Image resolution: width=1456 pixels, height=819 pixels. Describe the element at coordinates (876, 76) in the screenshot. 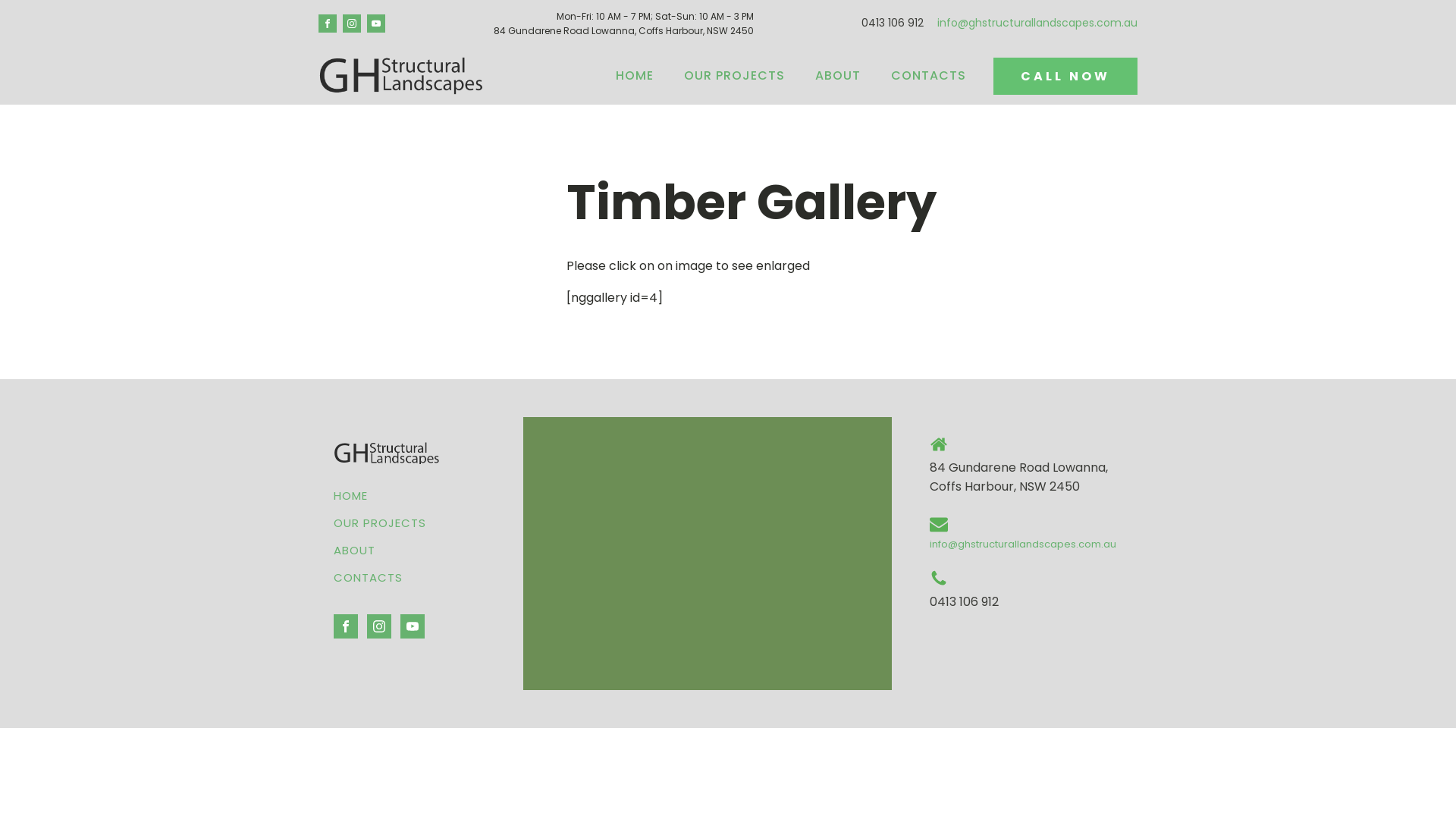

I see `'CONTACTS'` at that location.